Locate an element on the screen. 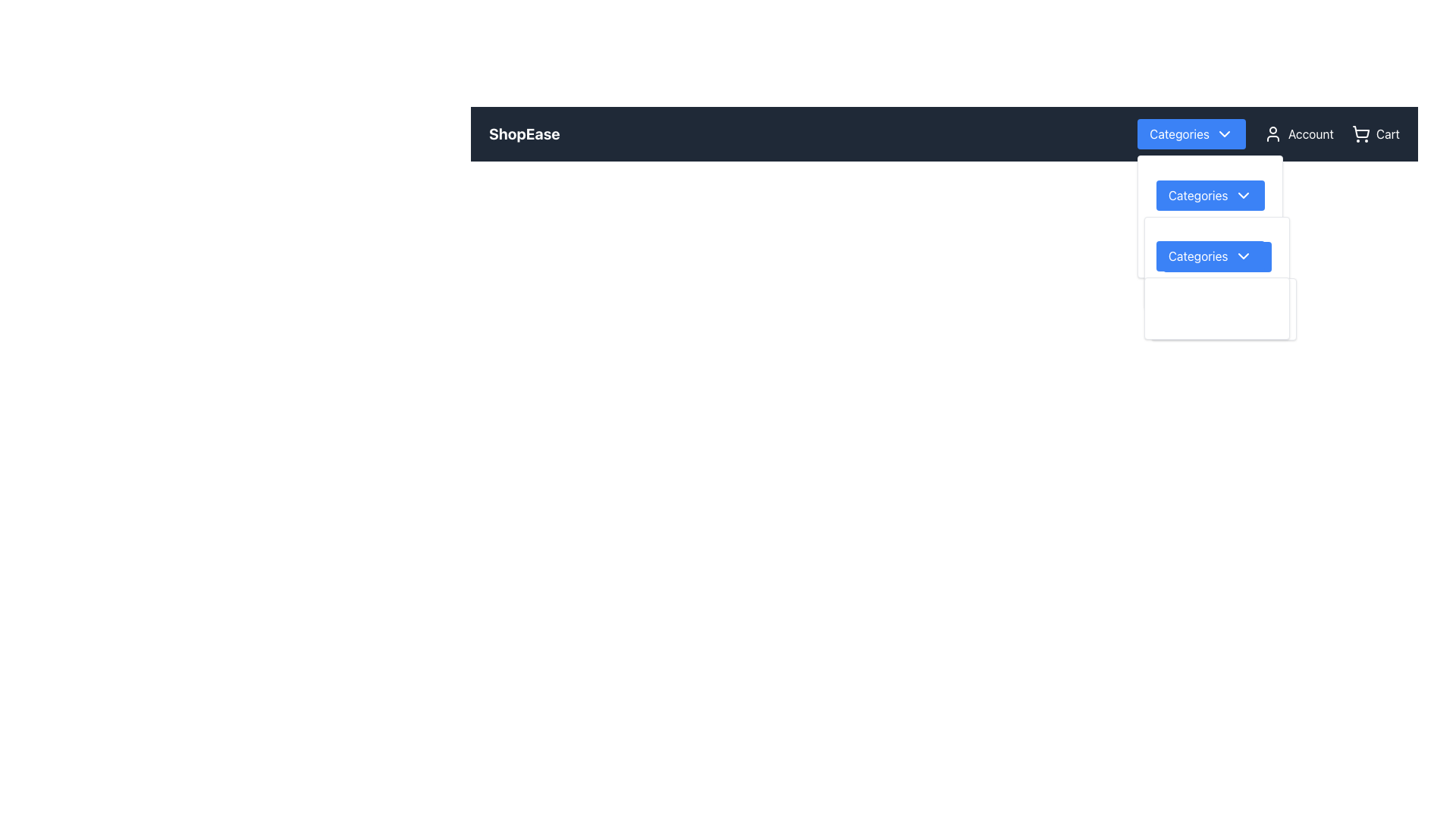 This screenshot has height=819, width=1456. the selectable category option button in the dropdown menu beneath the main navigation bar is located at coordinates (1197, 256).